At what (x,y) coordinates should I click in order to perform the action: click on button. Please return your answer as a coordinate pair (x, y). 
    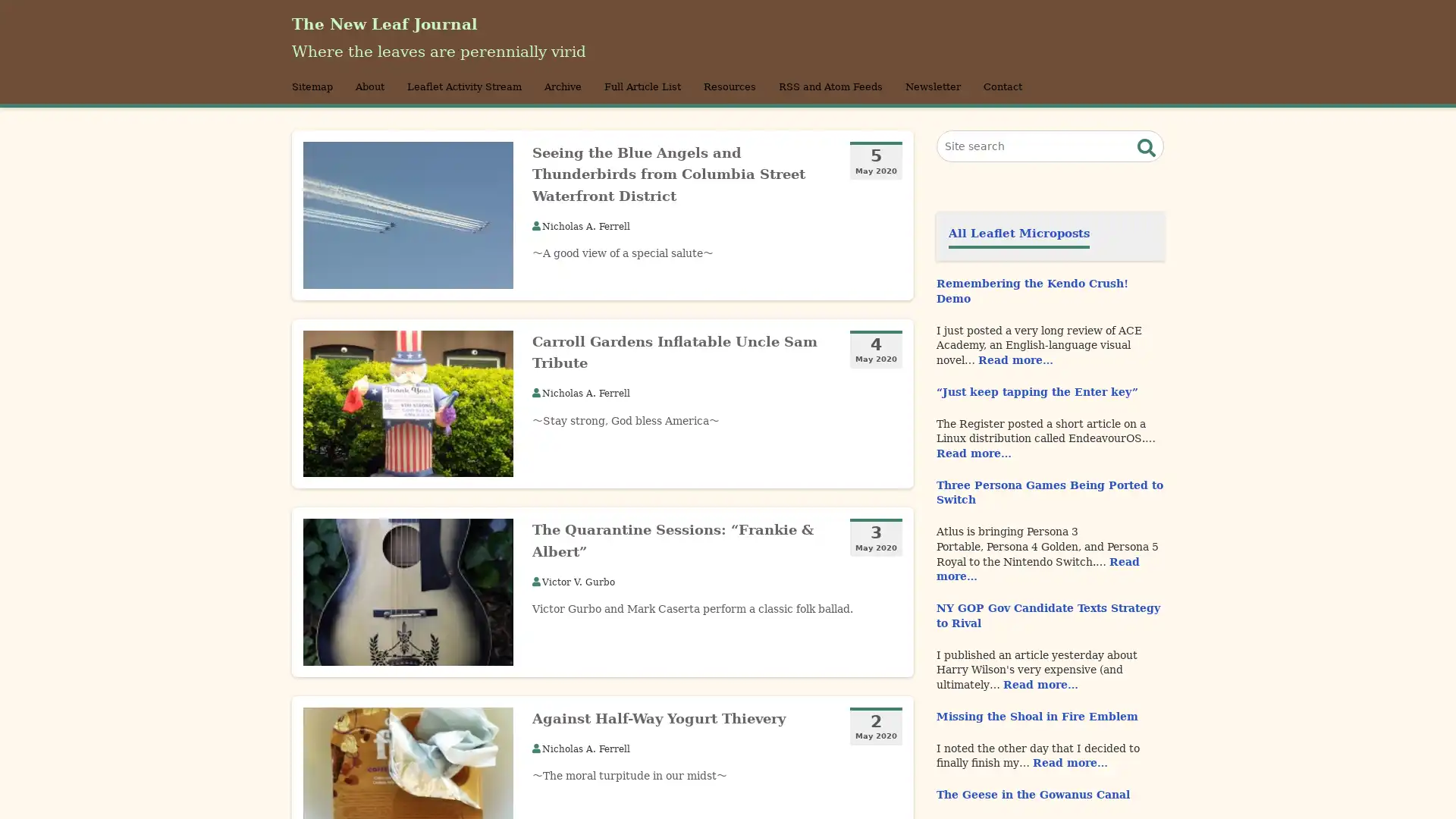
    Looking at the image, I should click on (1147, 168).